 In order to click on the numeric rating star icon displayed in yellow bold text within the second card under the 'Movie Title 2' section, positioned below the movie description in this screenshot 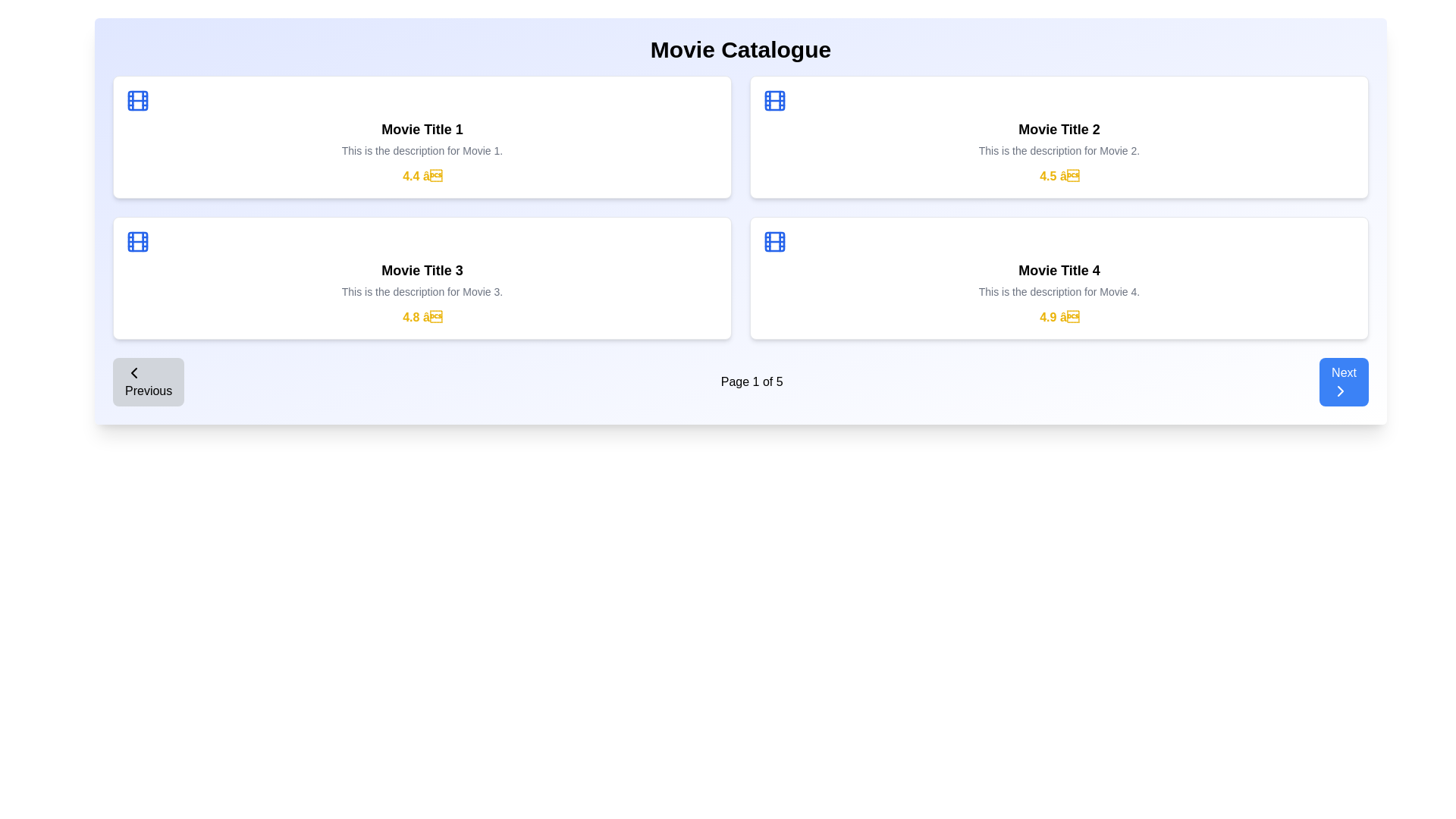, I will do `click(1058, 175)`.